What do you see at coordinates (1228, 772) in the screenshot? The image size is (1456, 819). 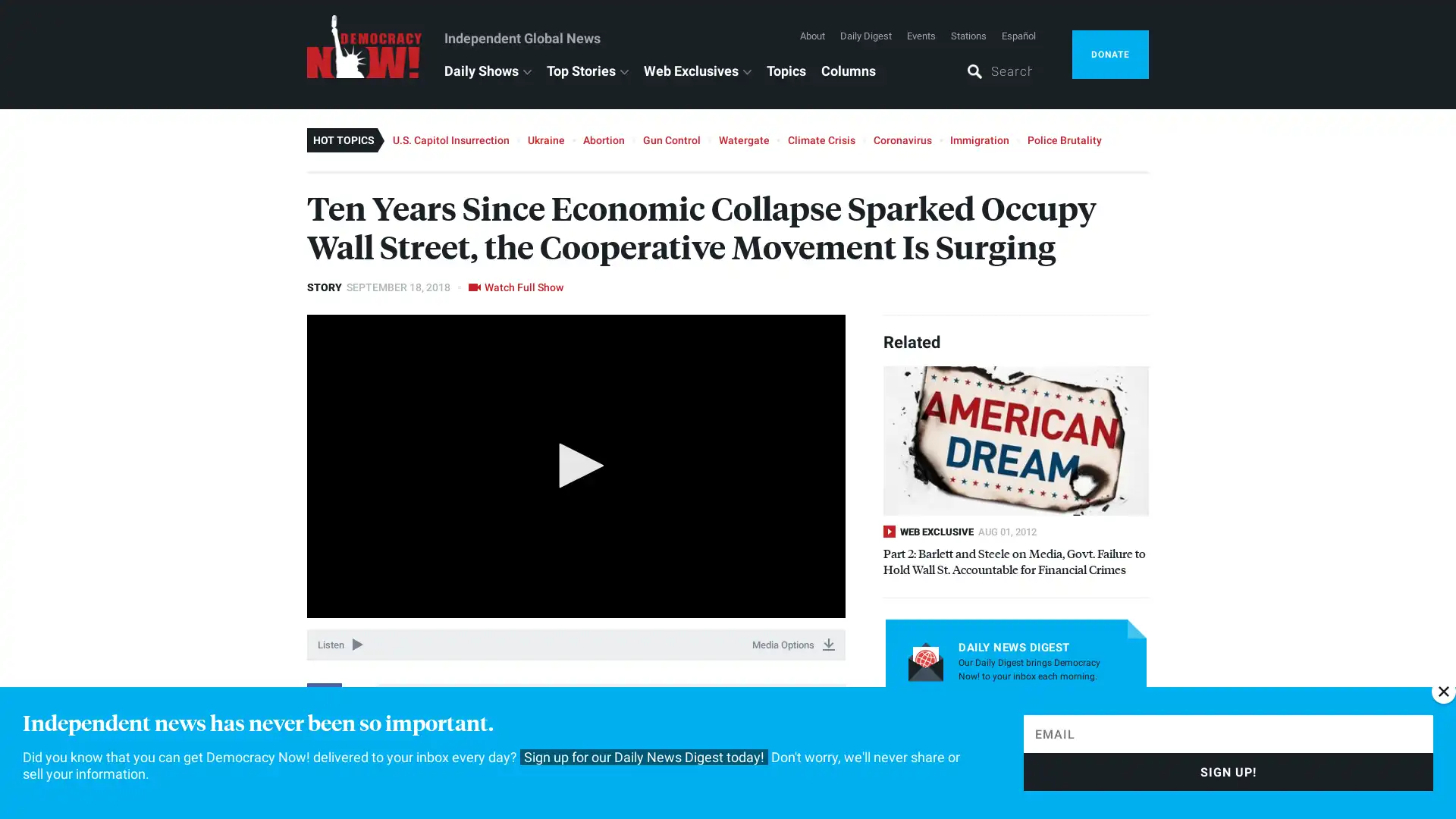 I see `Sign Up!` at bounding box center [1228, 772].